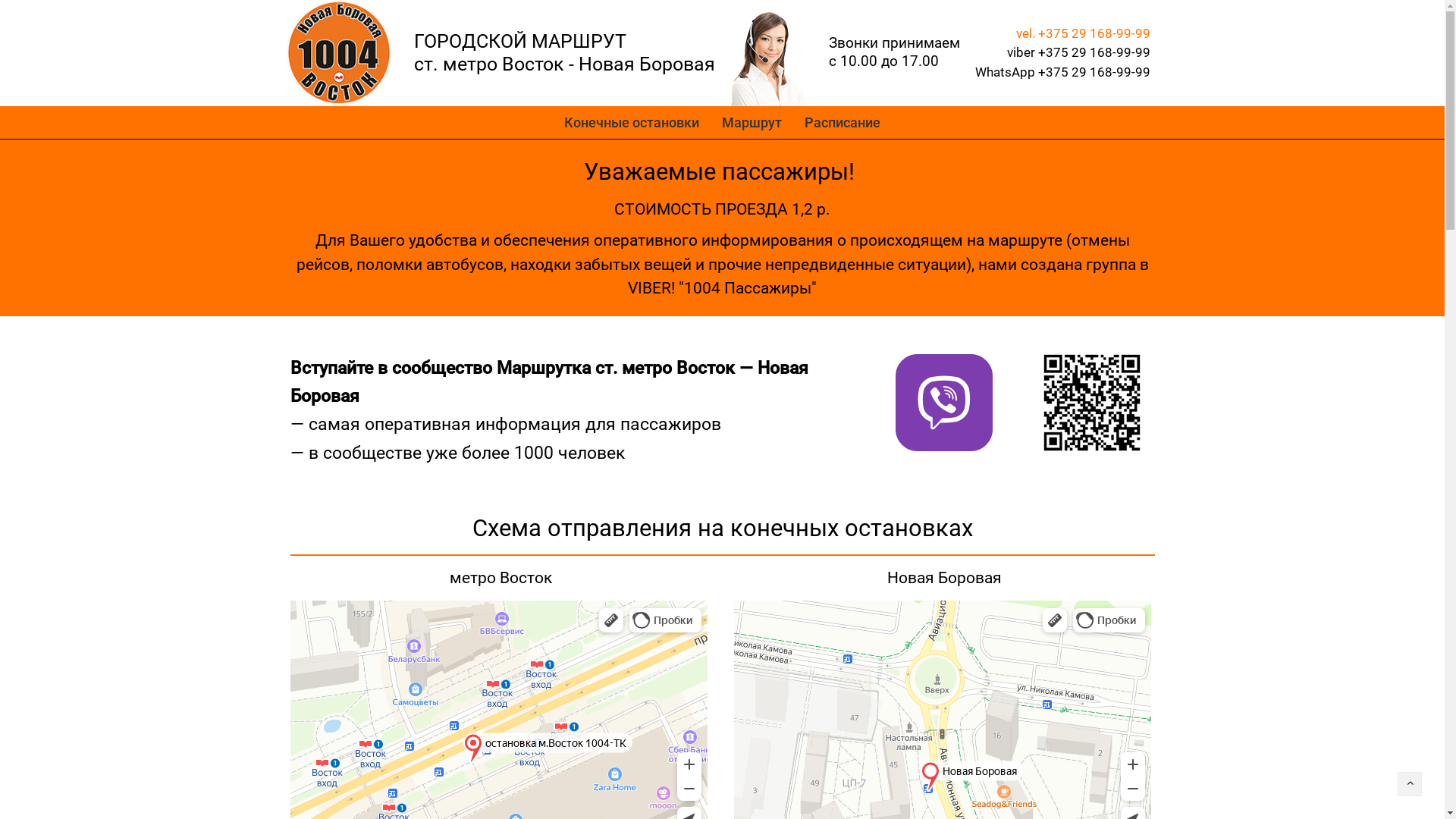 The width and height of the screenshot is (1456, 819). Describe the element at coordinates (1082, 33) in the screenshot. I see `'vel. +375 29 168-99-99'` at that location.